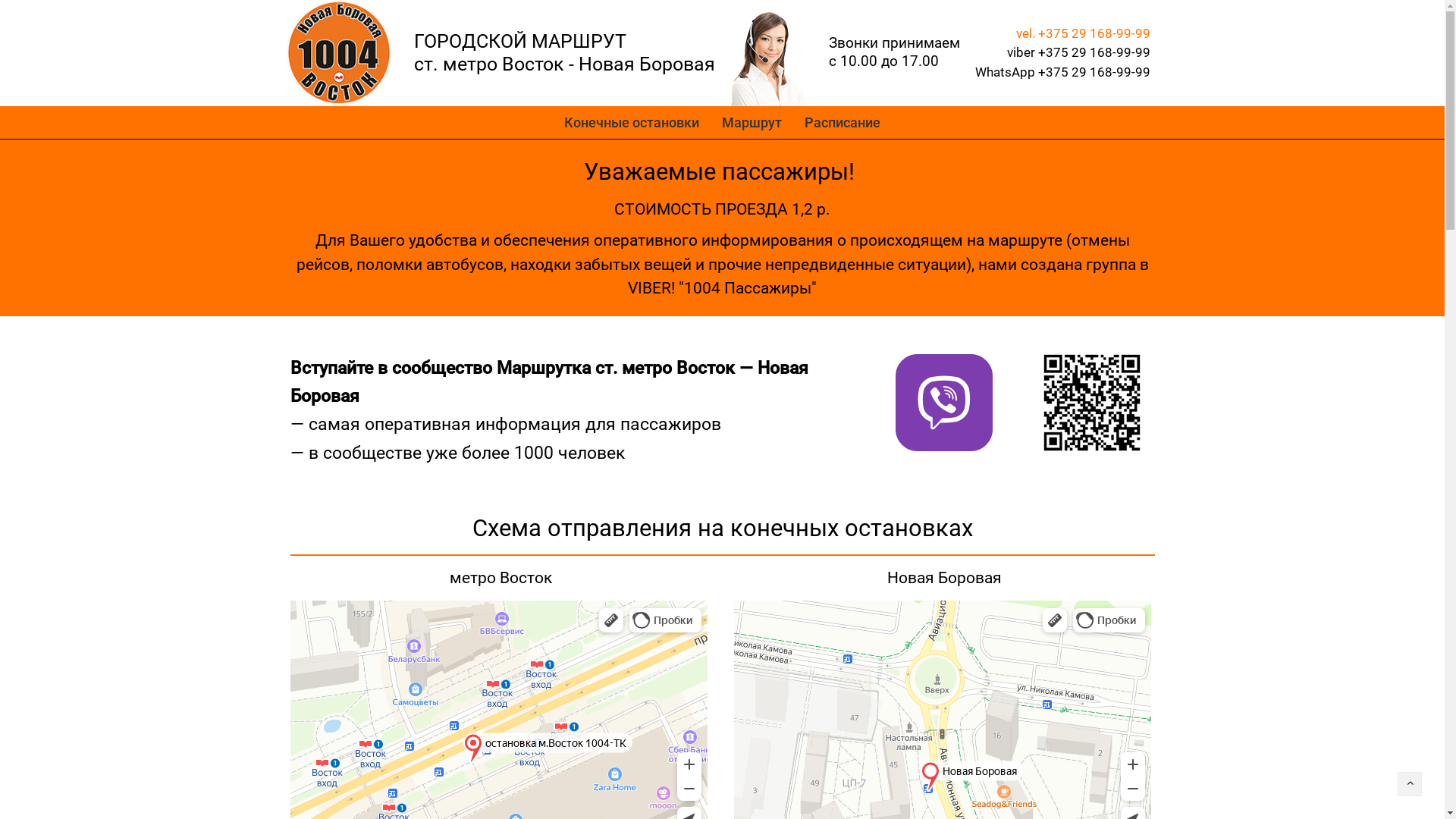 The width and height of the screenshot is (1456, 819). Describe the element at coordinates (1082, 33) in the screenshot. I see `'vel. +375 29 168-99-99'` at that location.